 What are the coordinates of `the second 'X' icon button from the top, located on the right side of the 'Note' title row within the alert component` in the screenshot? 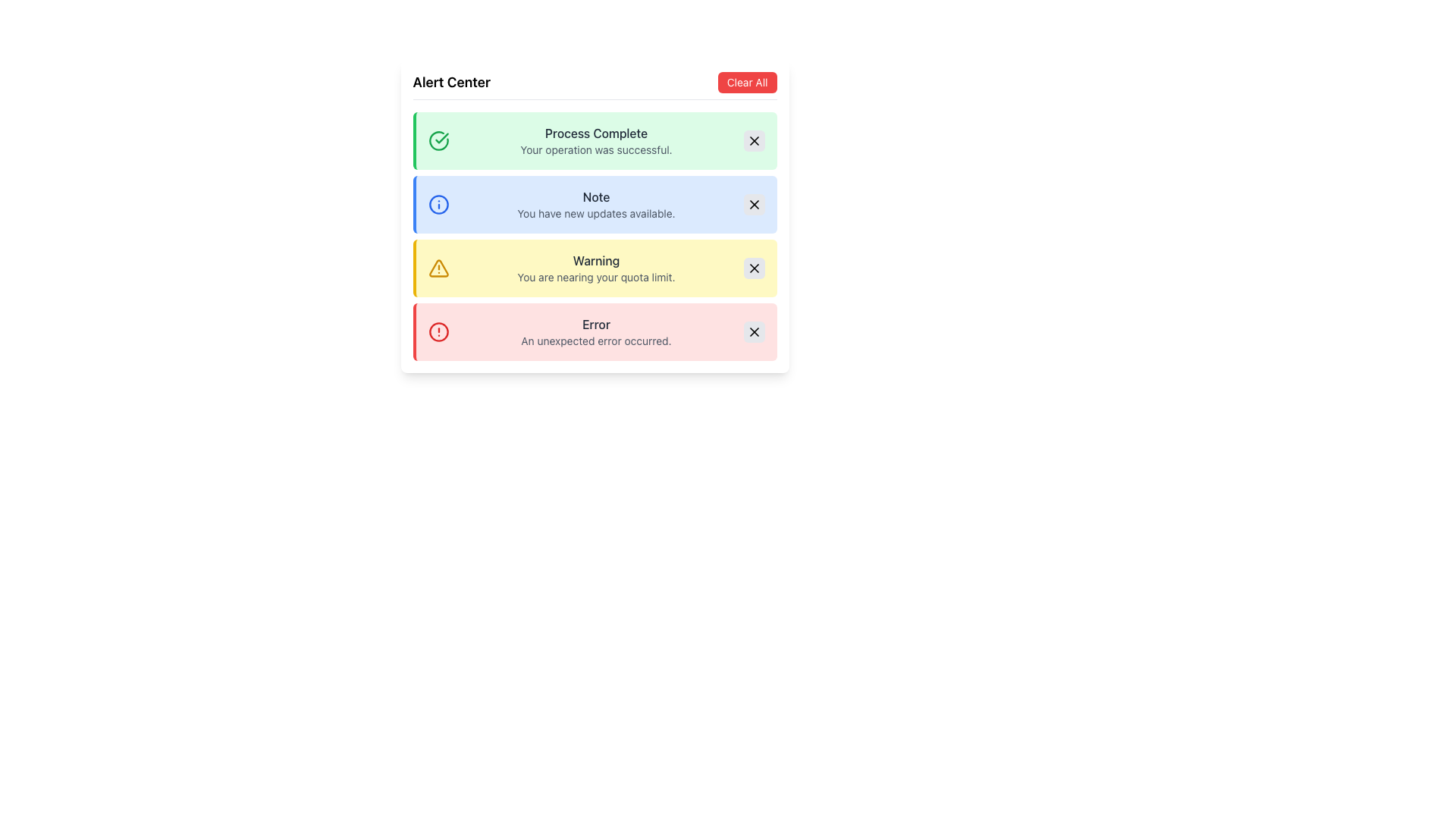 It's located at (754, 205).